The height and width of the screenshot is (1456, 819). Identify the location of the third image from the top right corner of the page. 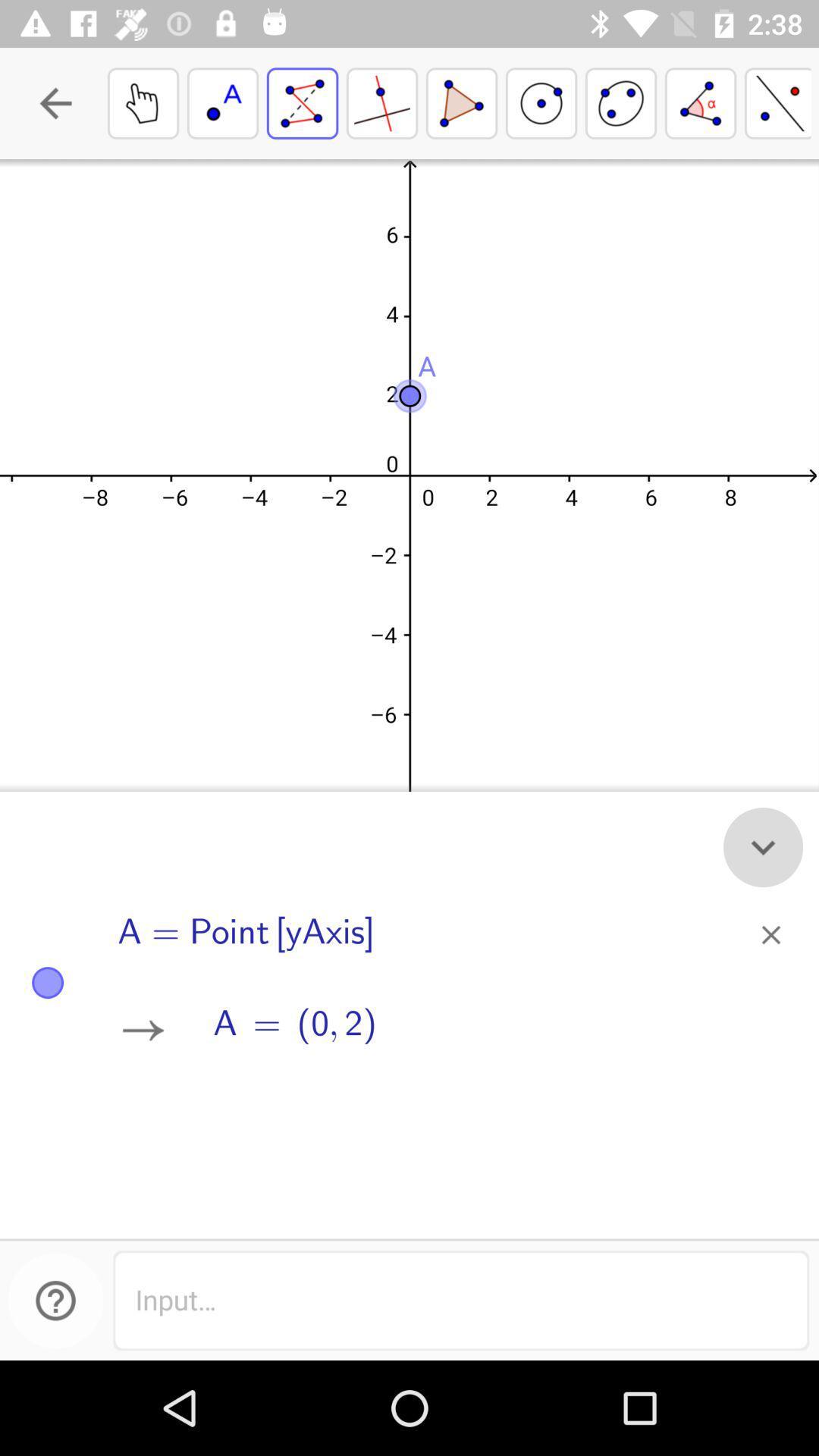
(620, 102).